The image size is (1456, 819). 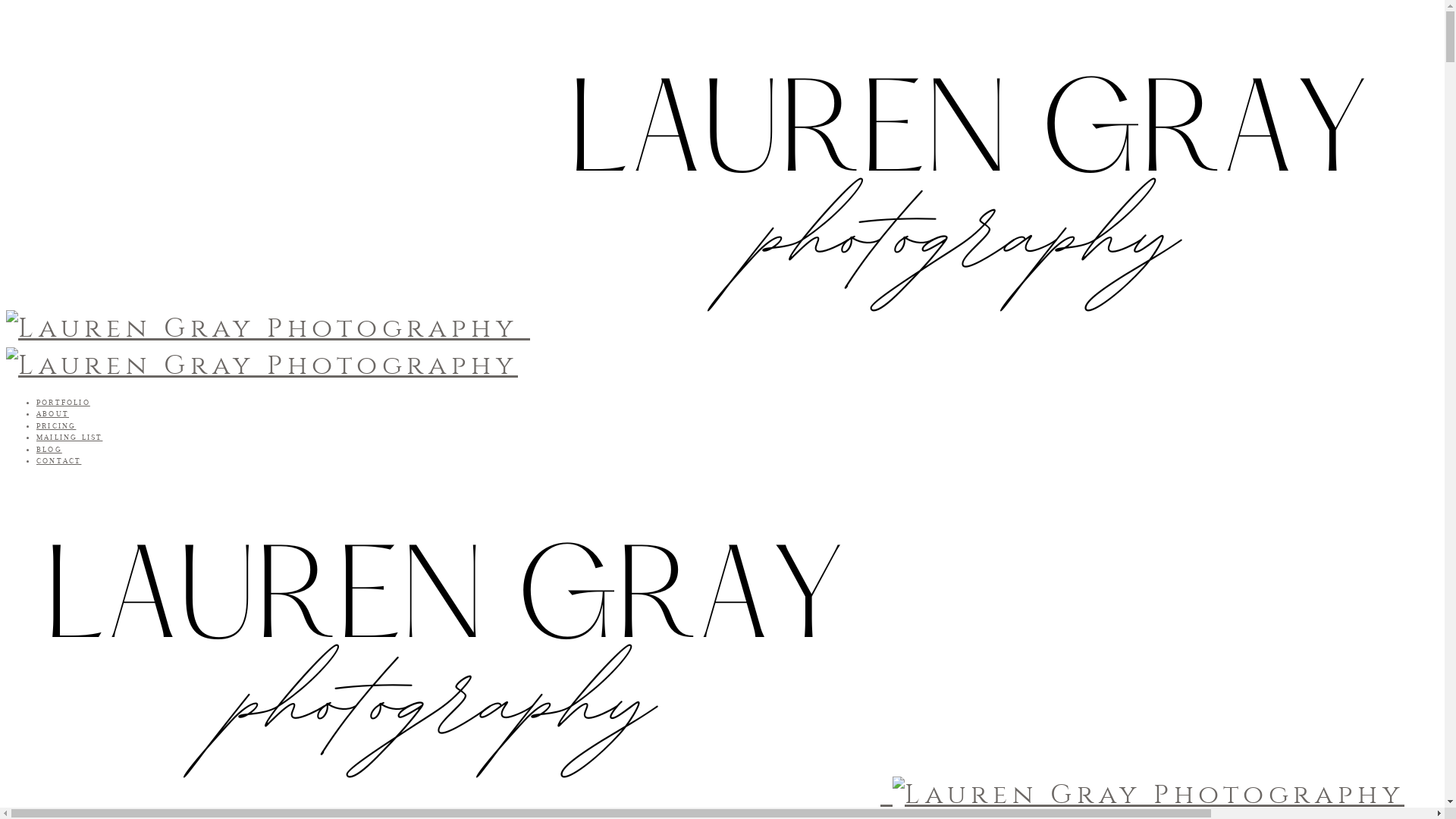 What do you see at coordinates (58, 460) in the screenshot?
I see `'CONTACT'` at bounding box center [58, 460].